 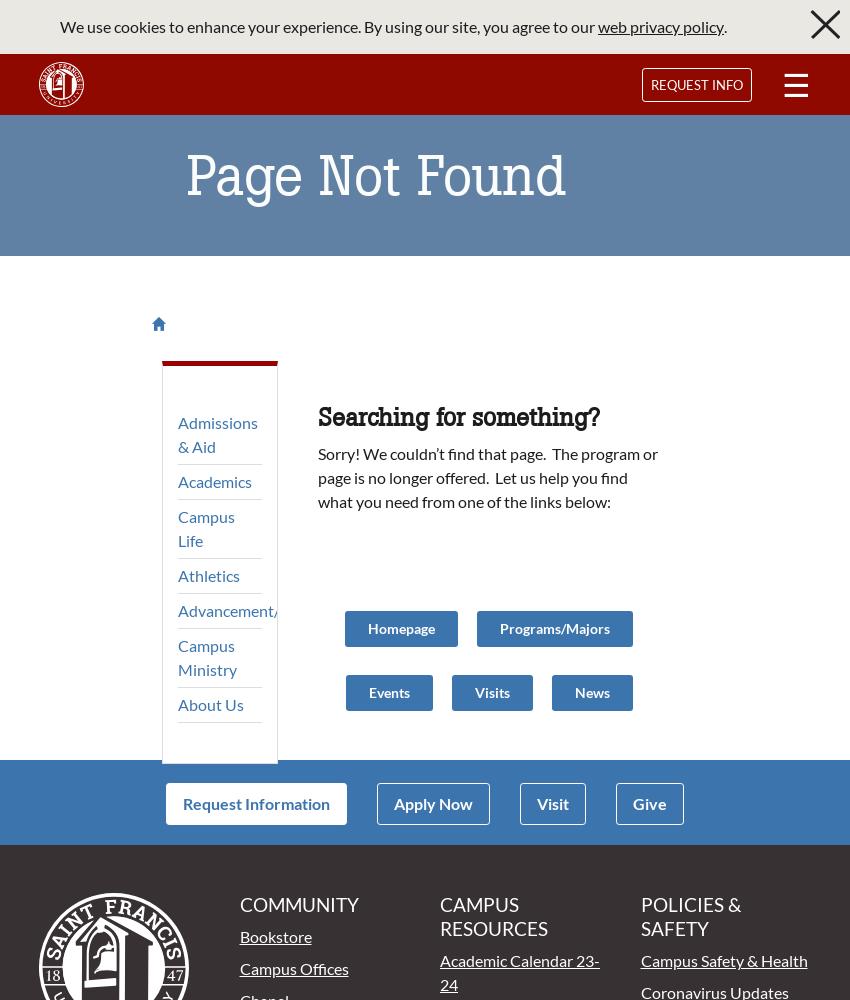 What do you see at coordinates (8, 11) in the screenshot?
I see `'___'` at bounding box center [8, 11].